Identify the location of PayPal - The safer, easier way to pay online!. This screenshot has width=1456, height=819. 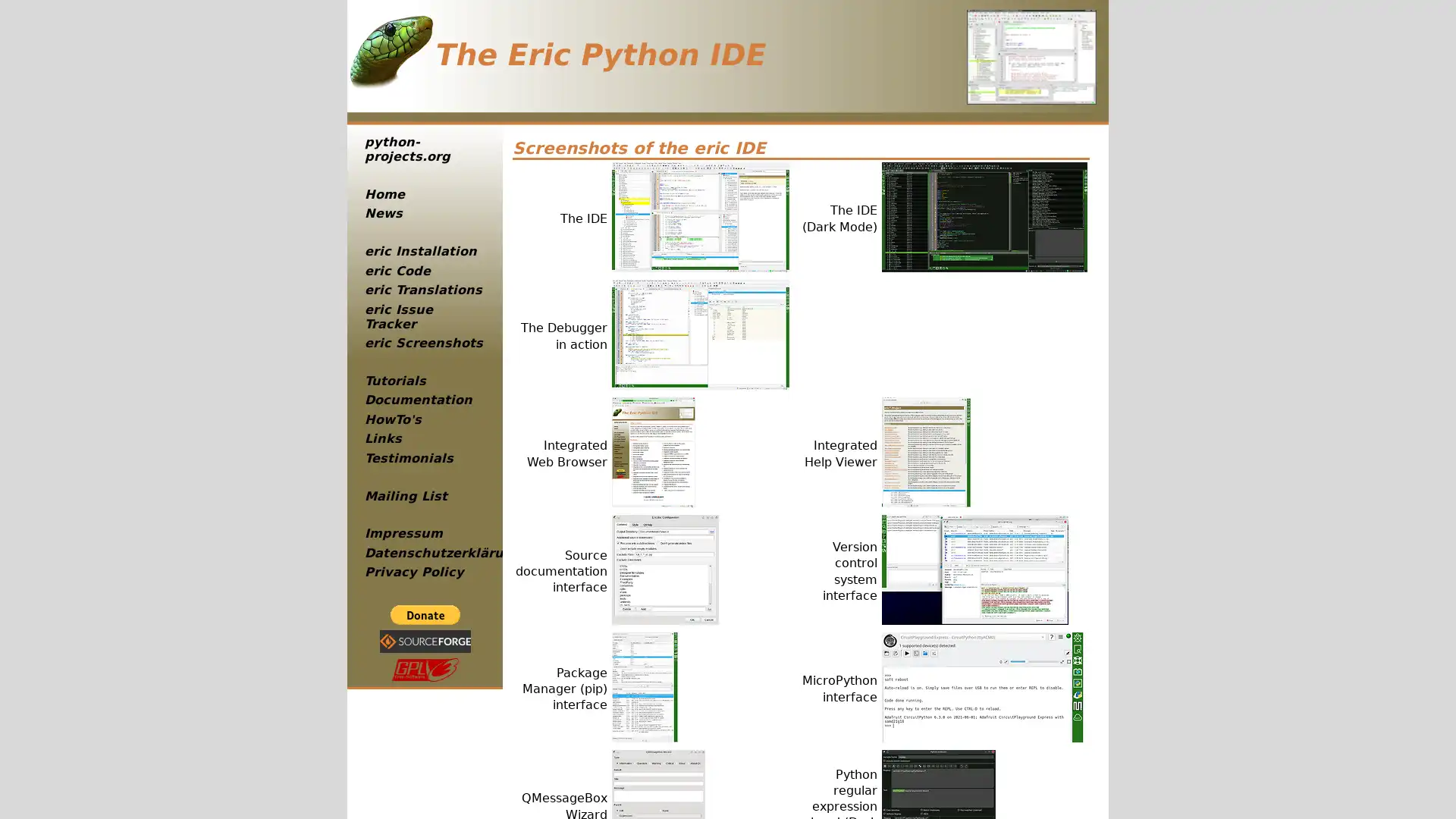
(425, 614).